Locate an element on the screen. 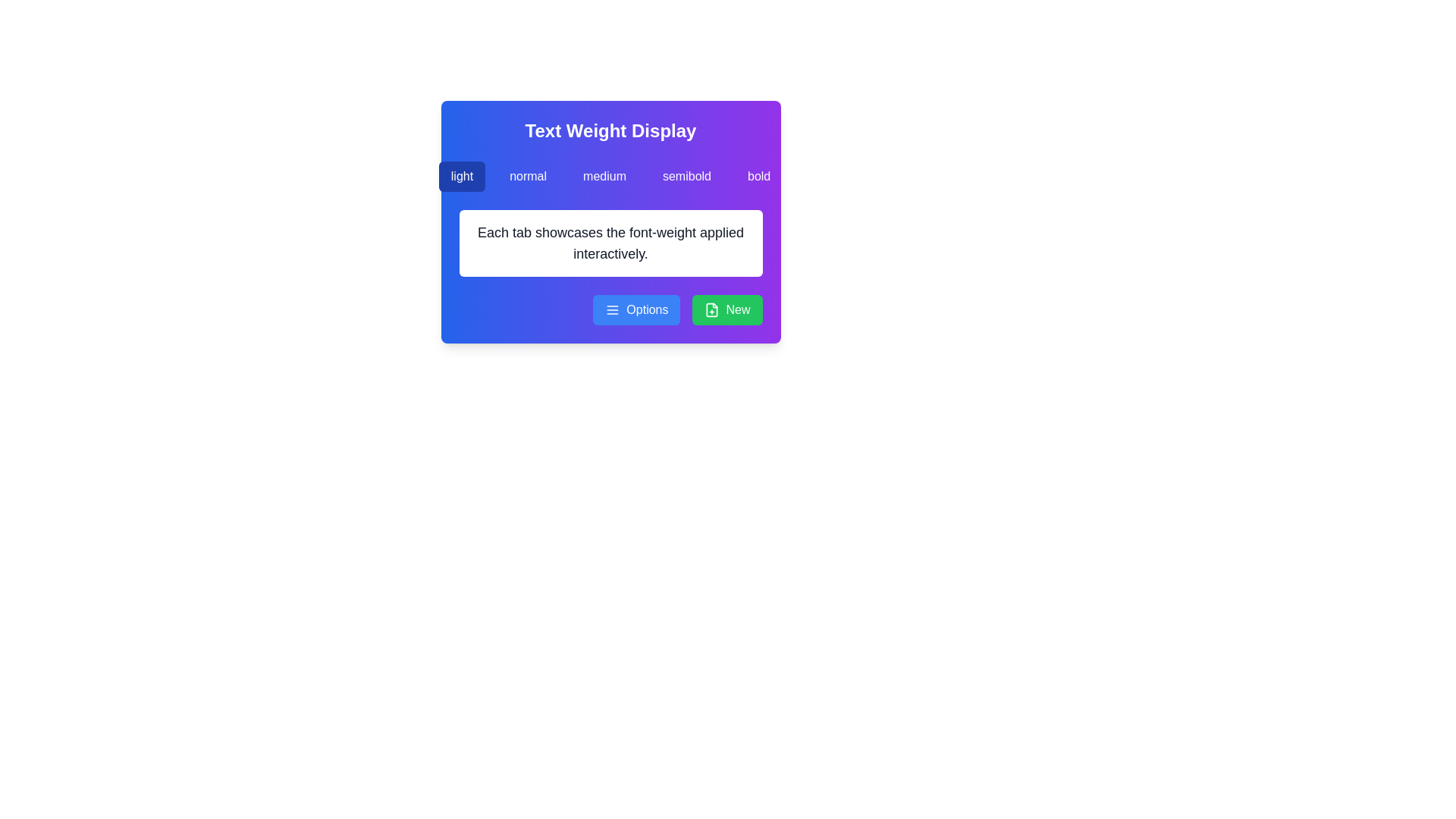 This screenshot has height=819, width=1456. the 'medium' button to apply medium weight, which is the third button in a horizontal group of five, located beneath the title 'Text Weight Display' is located at coordinates (604, 175).